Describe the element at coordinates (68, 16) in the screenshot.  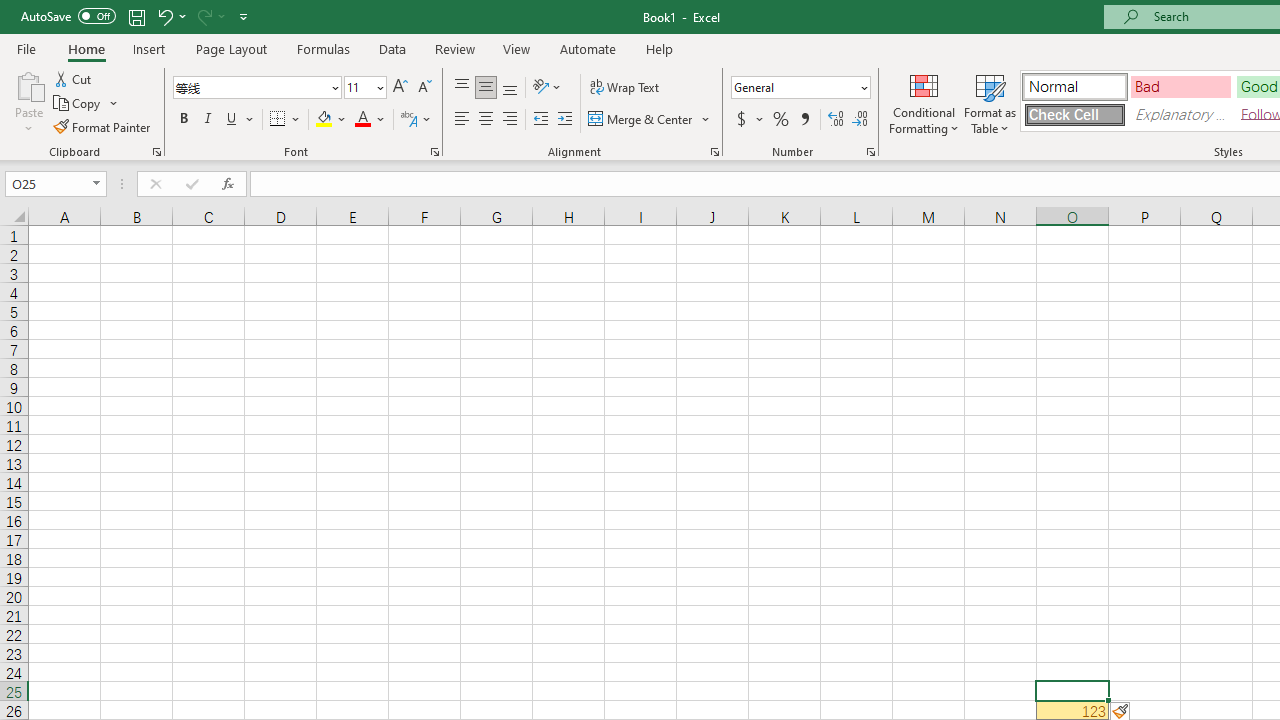
I see `'AutoSave'` at that location.